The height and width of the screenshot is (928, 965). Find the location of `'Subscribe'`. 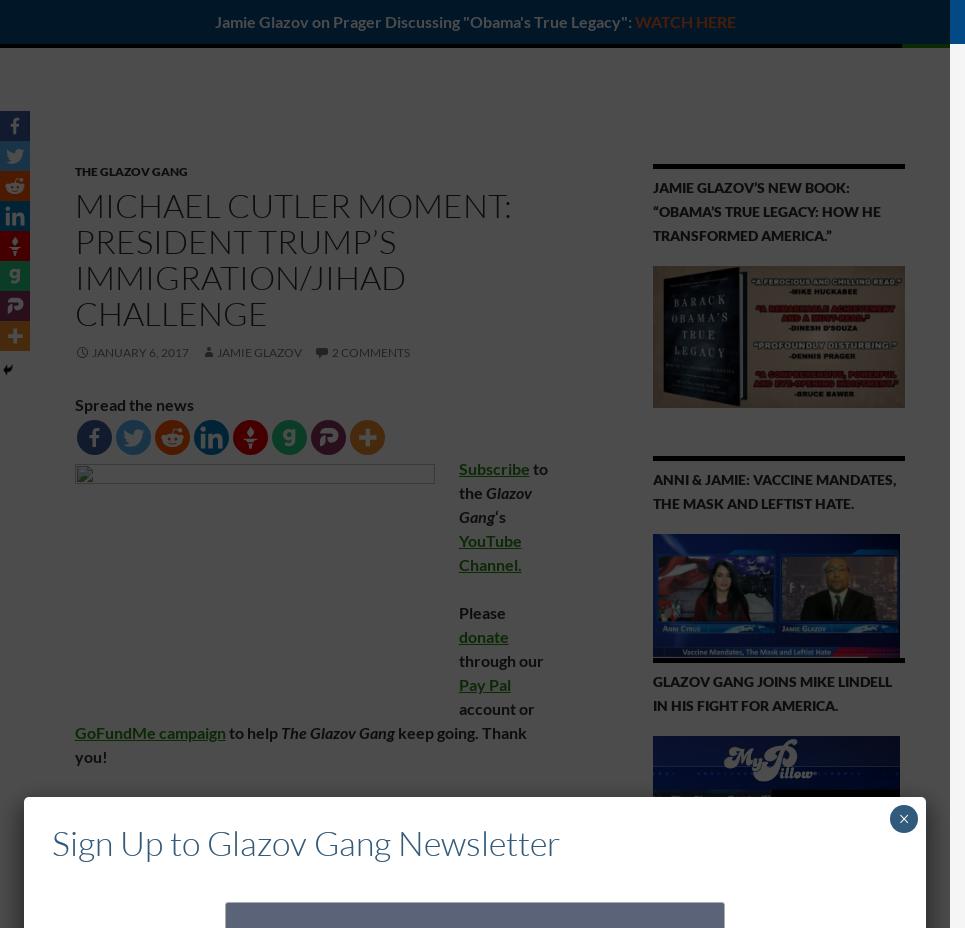

'Subscribe' is located at coordinates (493, 467).